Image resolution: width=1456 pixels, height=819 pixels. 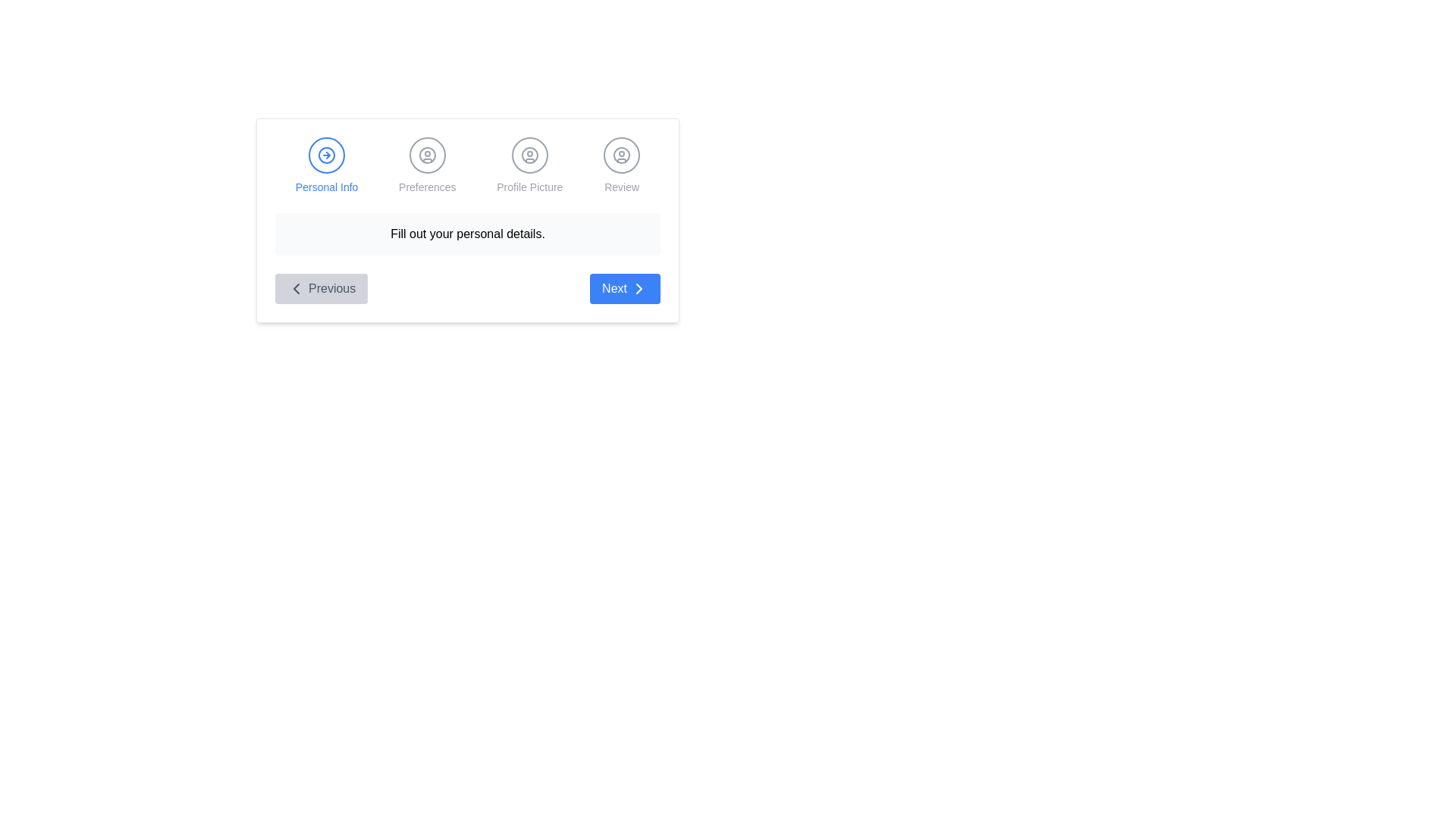 I want to click on the circular shape embedded in the SVG graphic that is part of the right-arrow symbol, so click(x=326, y=155).